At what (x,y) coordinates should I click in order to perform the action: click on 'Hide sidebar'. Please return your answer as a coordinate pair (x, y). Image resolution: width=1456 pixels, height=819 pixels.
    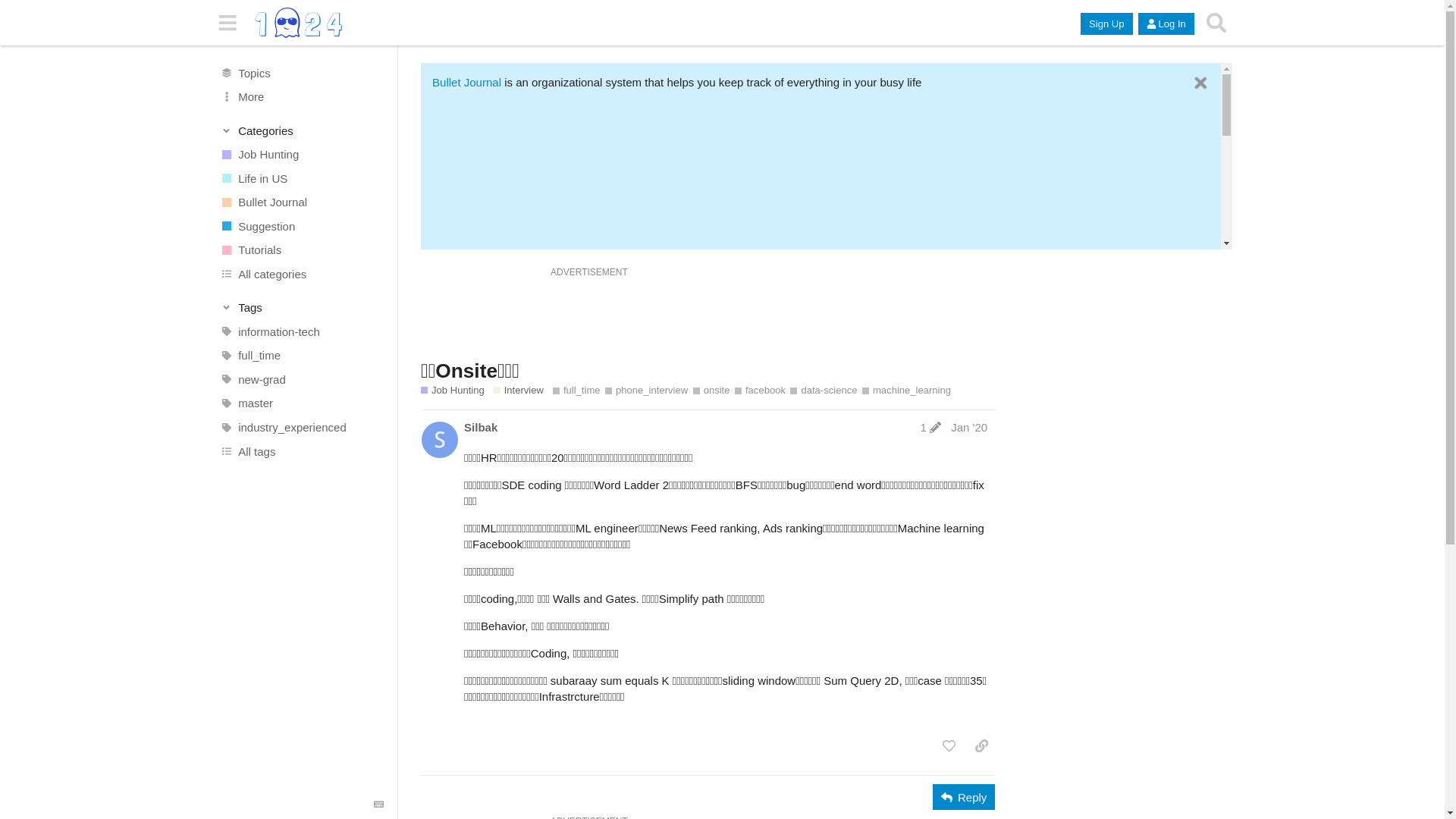
    Looking at the image, I should click on (227, 23).